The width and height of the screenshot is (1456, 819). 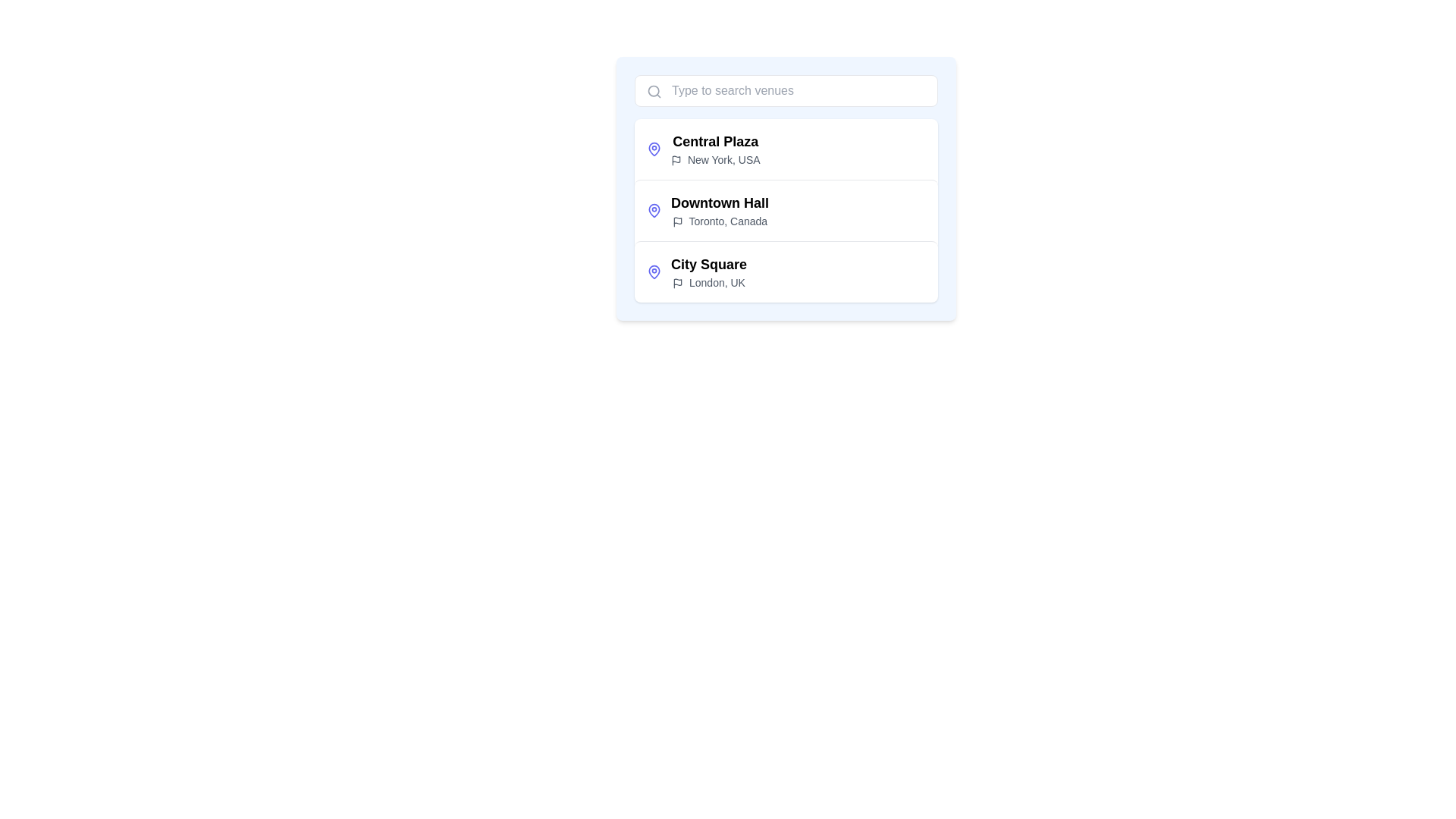 What do you see at coordinates (654, 271) in the screenshot?
I see `the blue map pin icon representing 'City Square, London, UK', which is positioned to the left of the text components` at bounding box center [654, 271].